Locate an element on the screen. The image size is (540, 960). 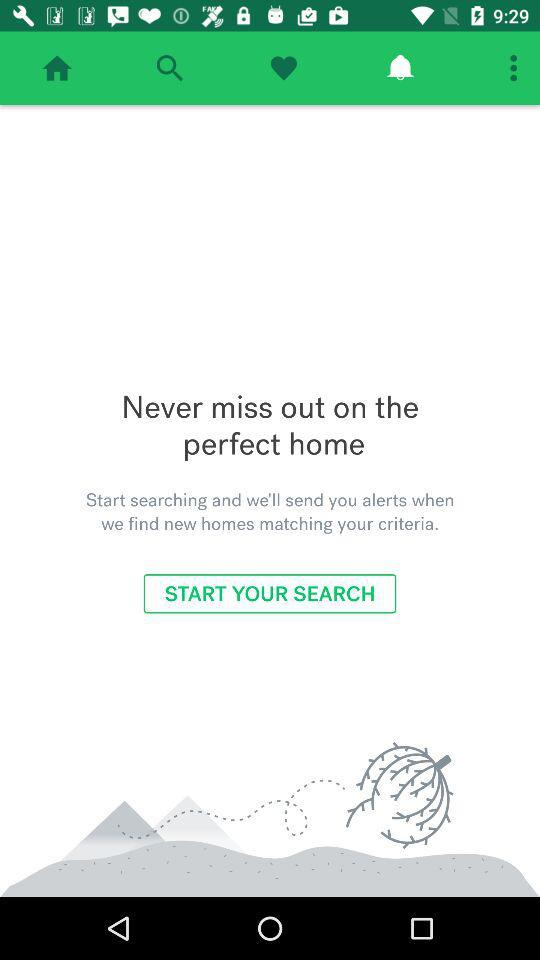
search the application for keywords is located at coordinates (168, 68).